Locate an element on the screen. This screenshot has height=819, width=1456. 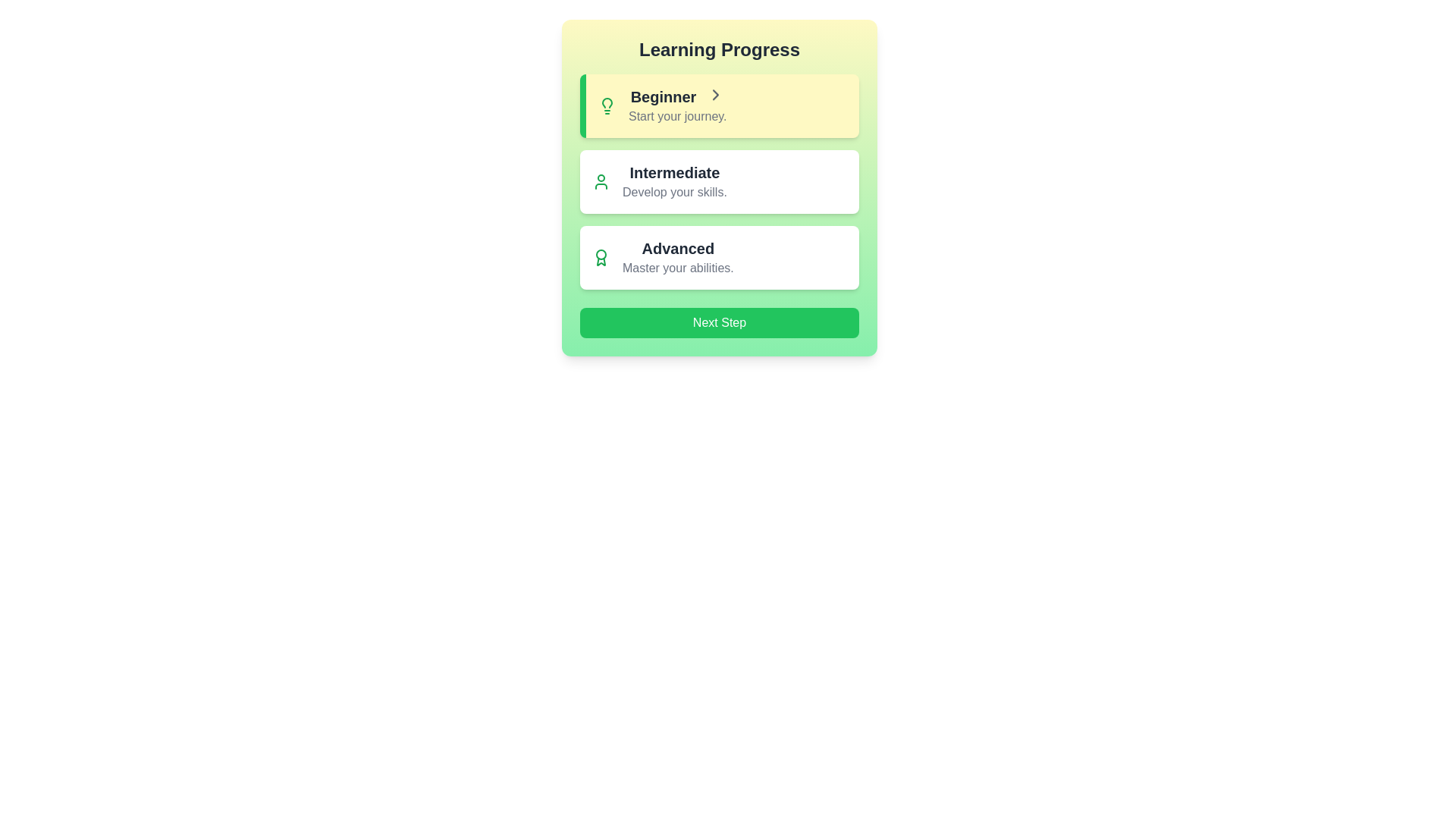
the text element displaying 'Develop your skills.' in gray color, located under the 'Intermediate' text within the 'Learning Progress' section is located at coordinates (673, 192).